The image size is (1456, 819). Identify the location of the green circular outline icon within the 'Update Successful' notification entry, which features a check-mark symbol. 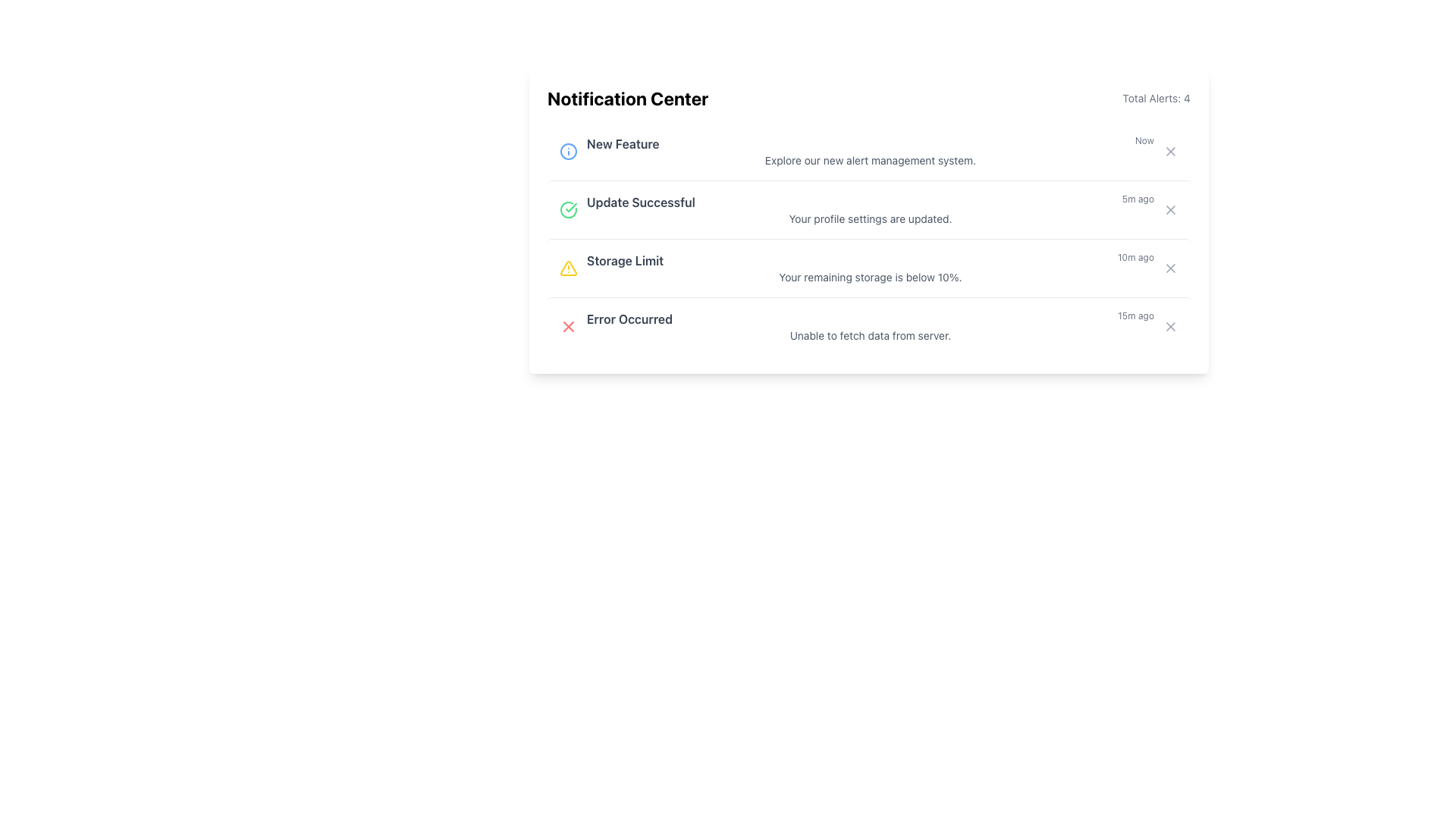
(567, 210).